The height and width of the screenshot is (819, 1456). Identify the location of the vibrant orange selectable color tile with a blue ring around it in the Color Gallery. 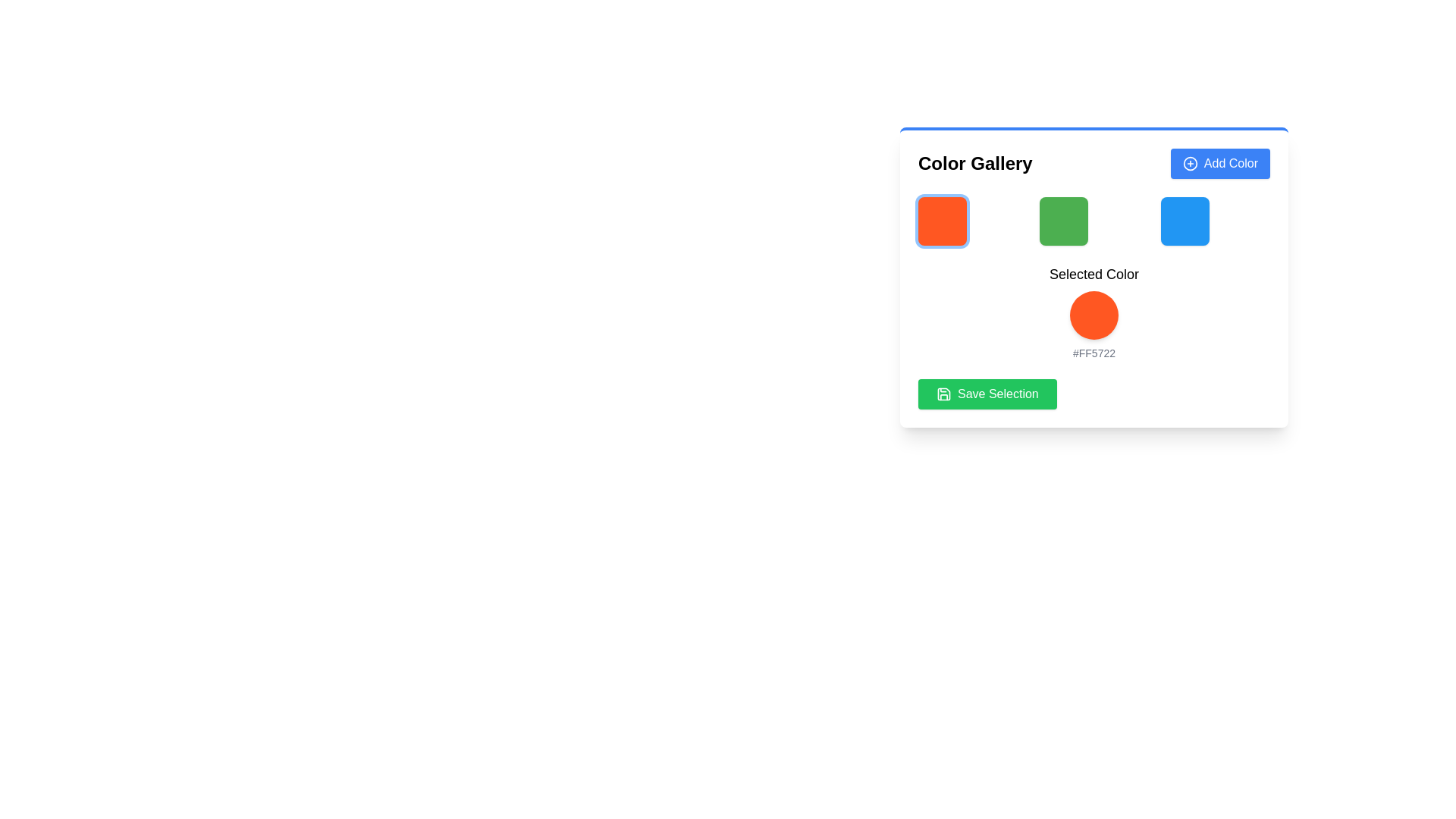
(942, 221).